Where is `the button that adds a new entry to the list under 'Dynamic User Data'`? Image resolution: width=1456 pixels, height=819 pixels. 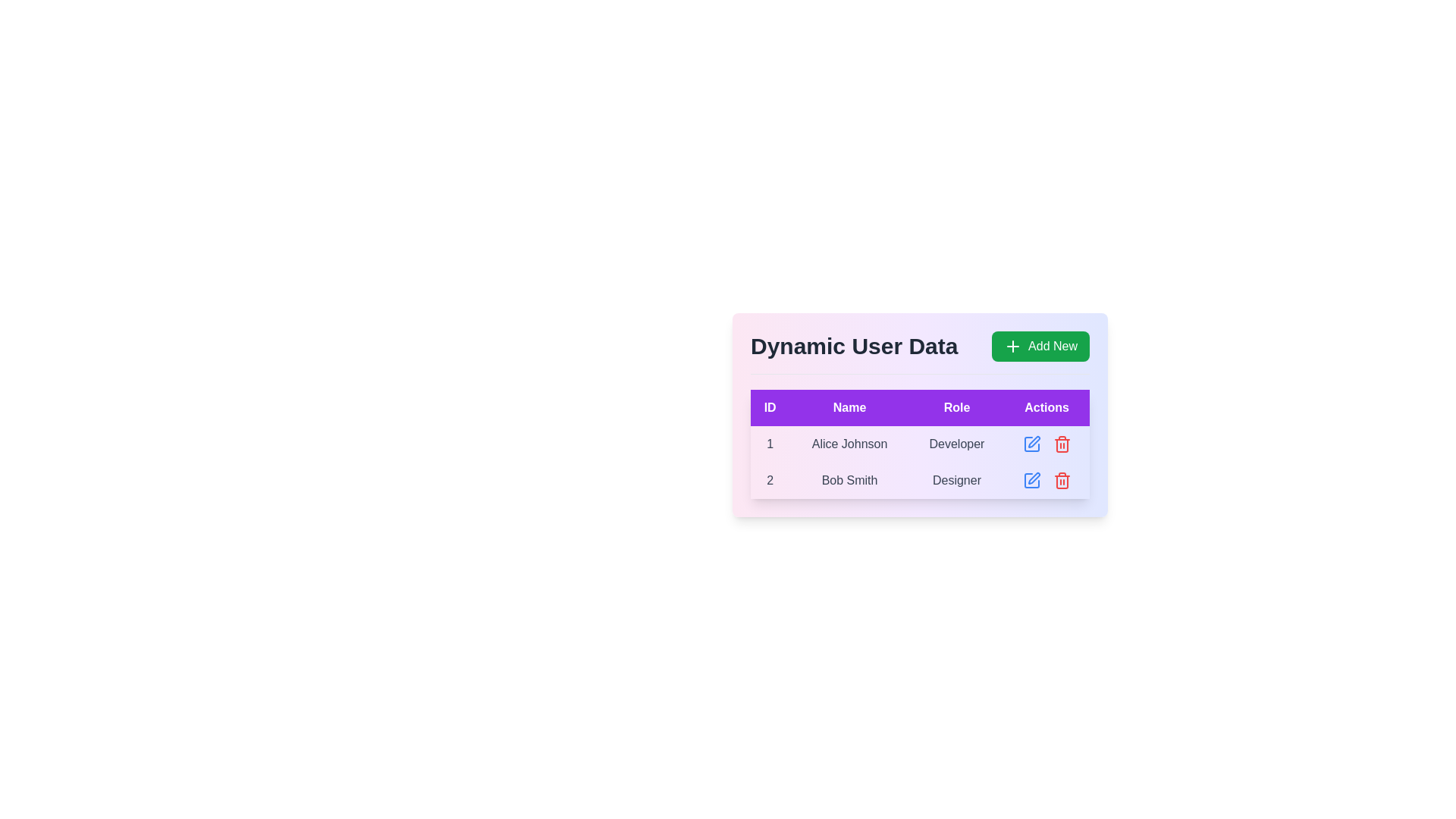 the button that adds a new entry to the list under 'Dynamic User Data' is located at coordinates (1040, 346).